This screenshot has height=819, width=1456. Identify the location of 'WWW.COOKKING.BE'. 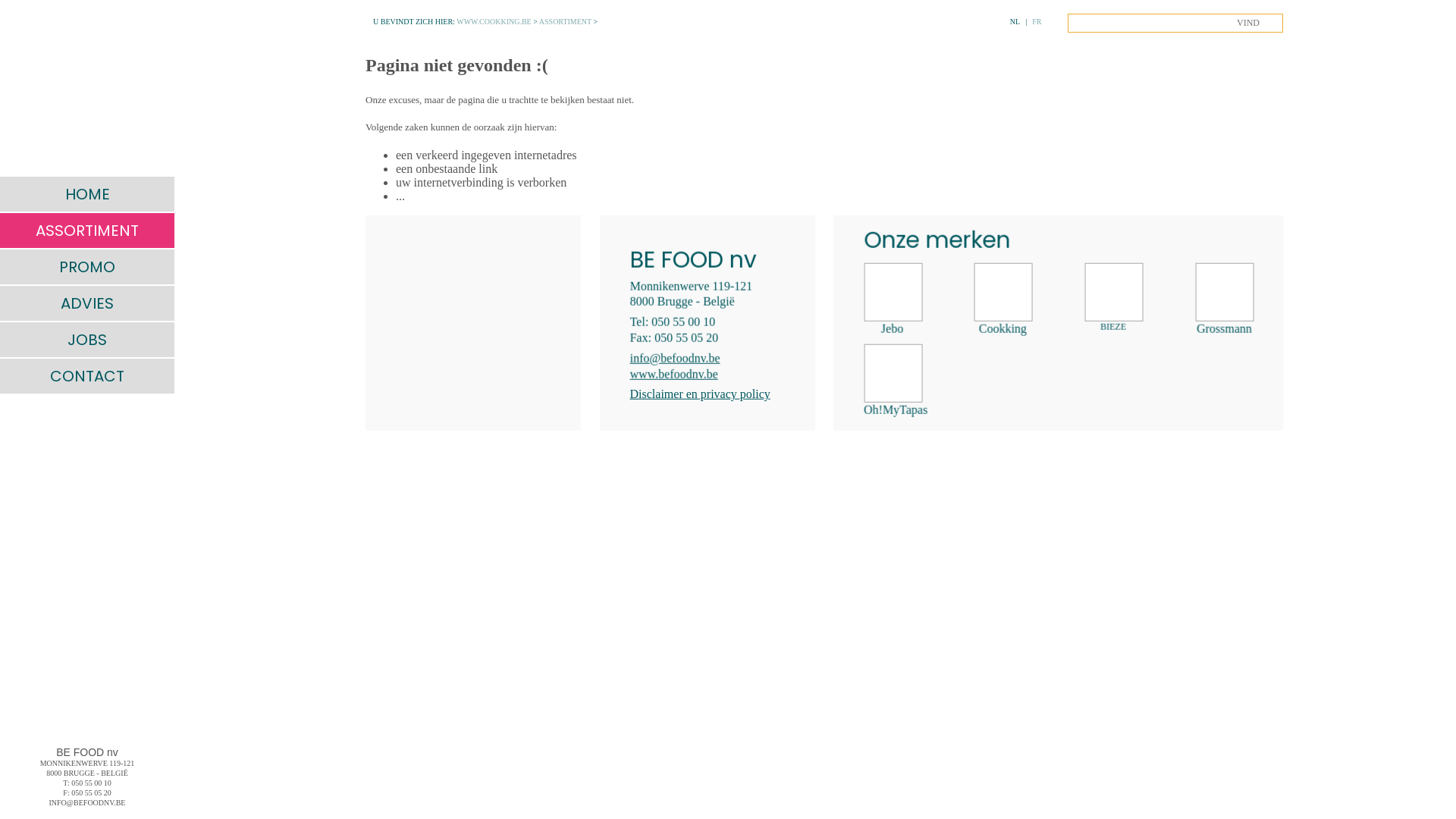
(494, 21).